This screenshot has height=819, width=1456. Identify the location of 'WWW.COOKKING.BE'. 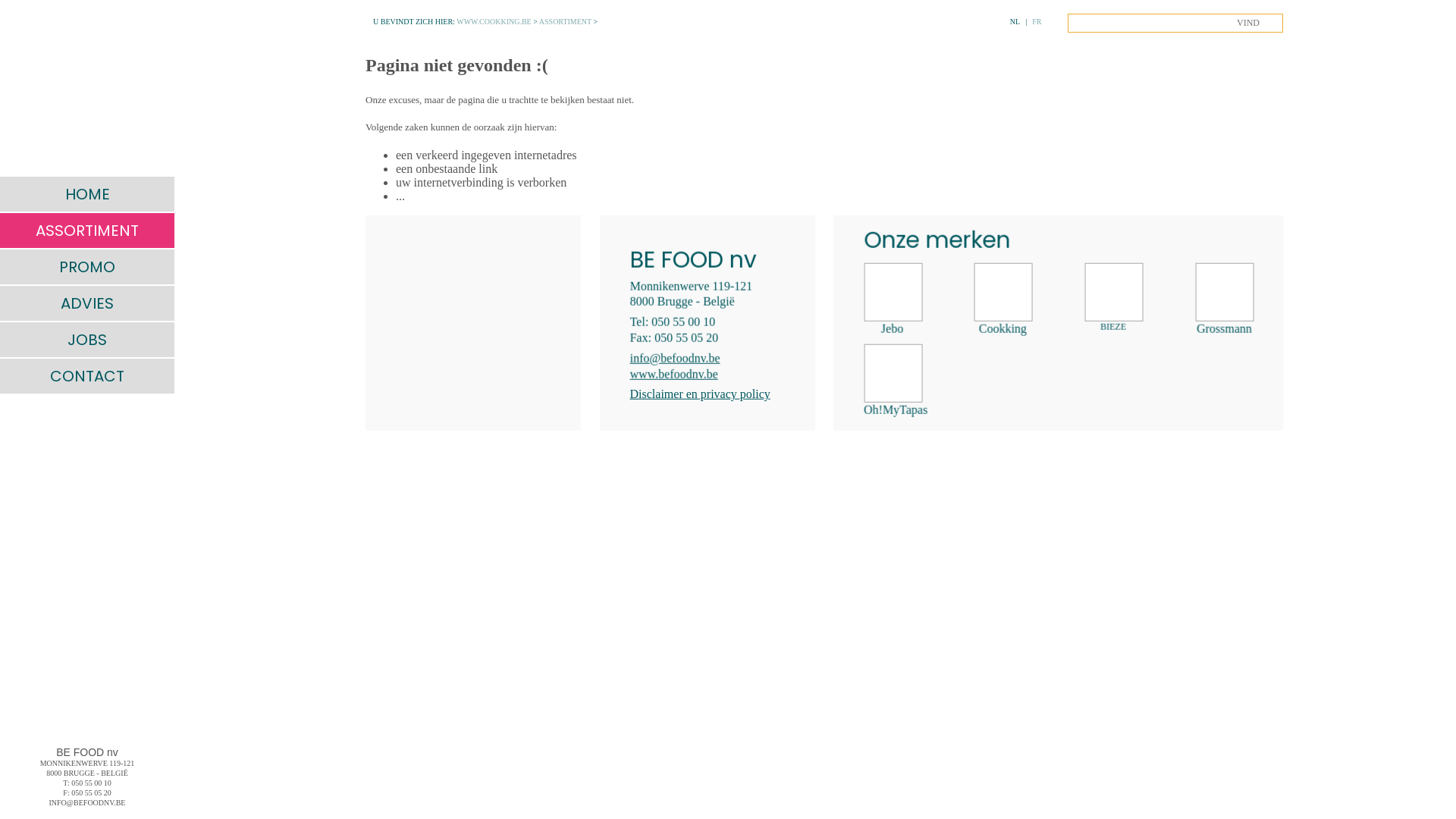
(494, 21).